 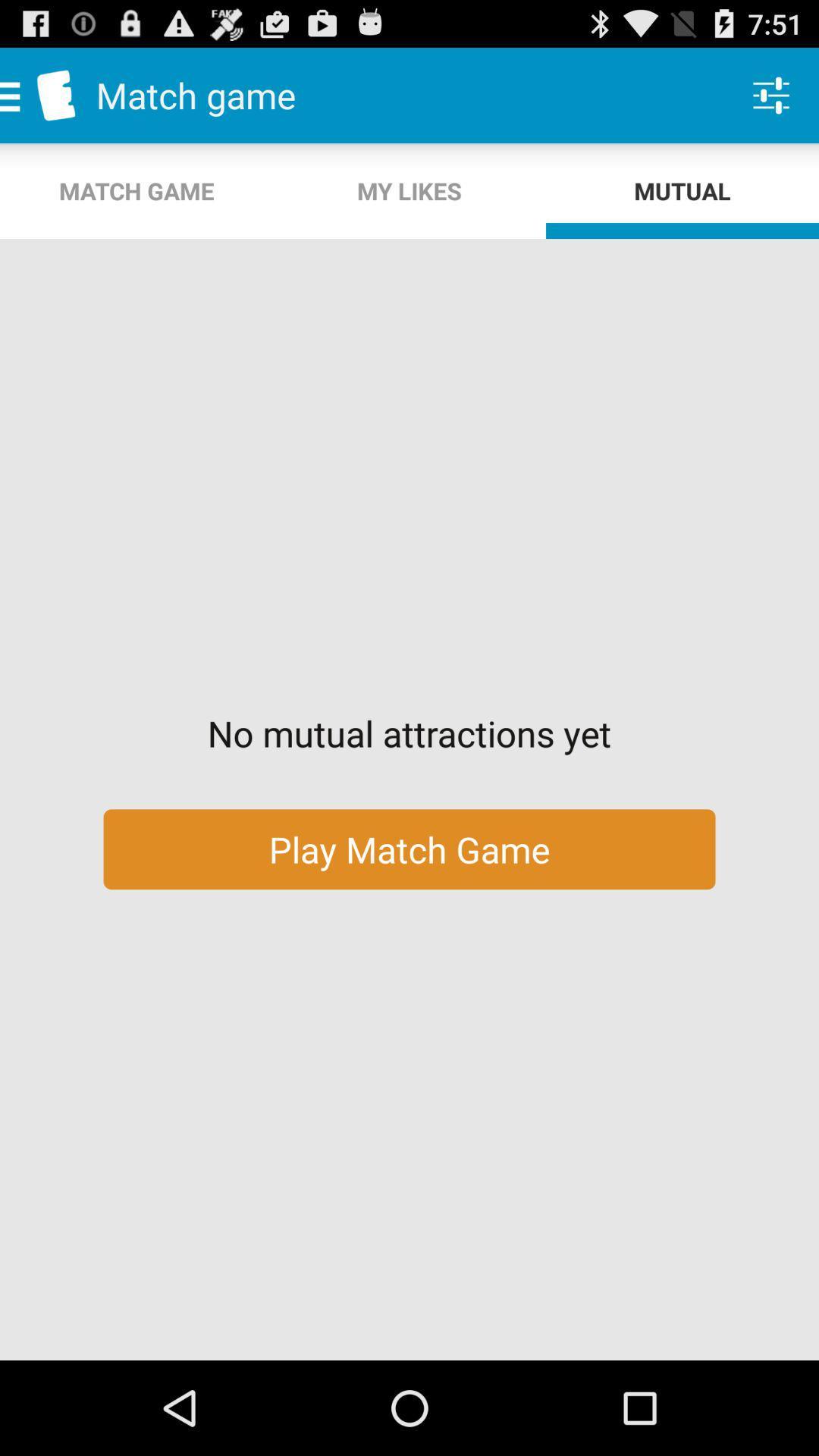 What do you see at coordinates (771, 94) in the screenshot?
I see `the app above mutual item` at bounding box center [771, 94].